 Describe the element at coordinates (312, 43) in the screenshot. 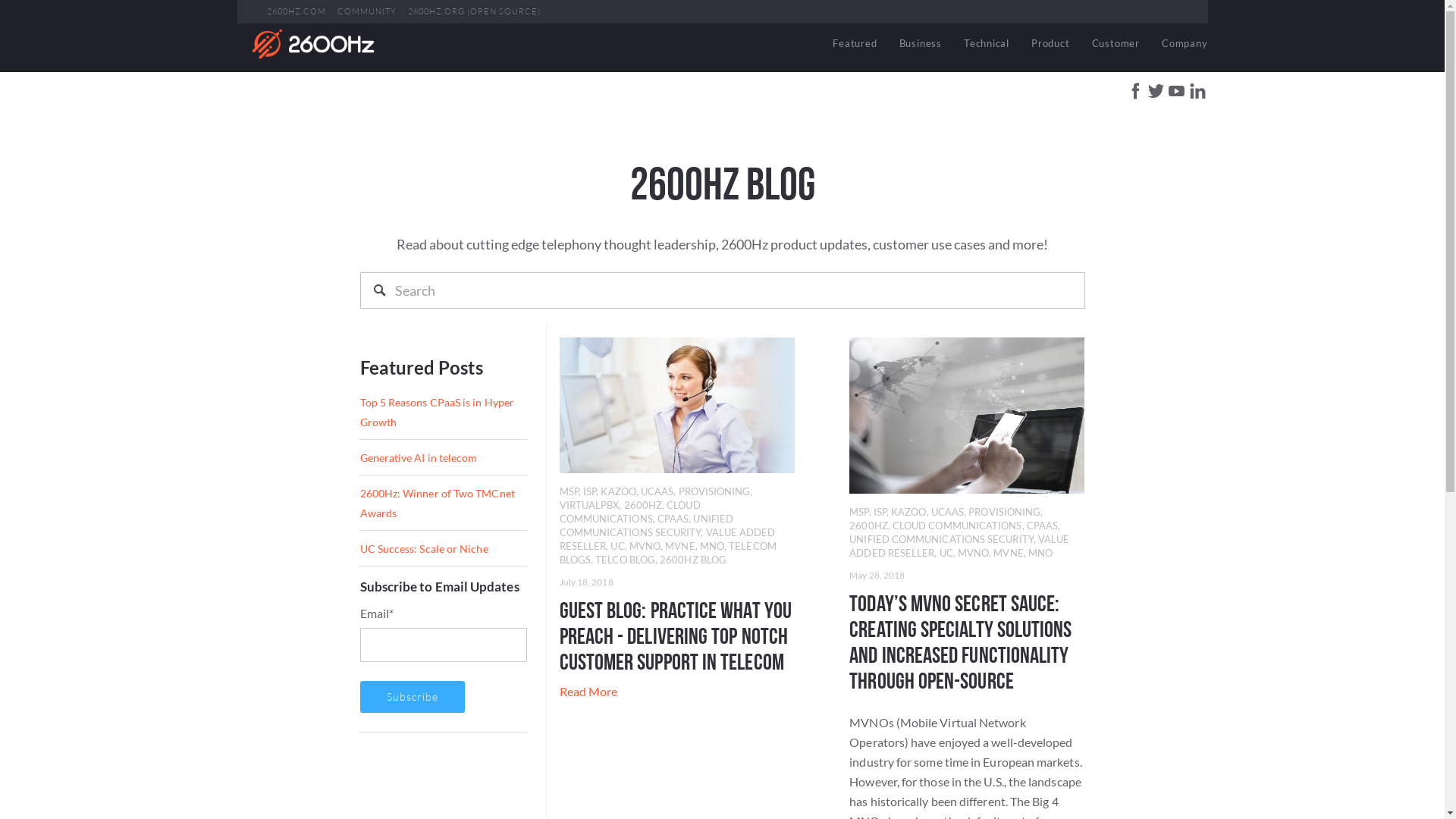

I see `'2600Hz Blog'` at that location.